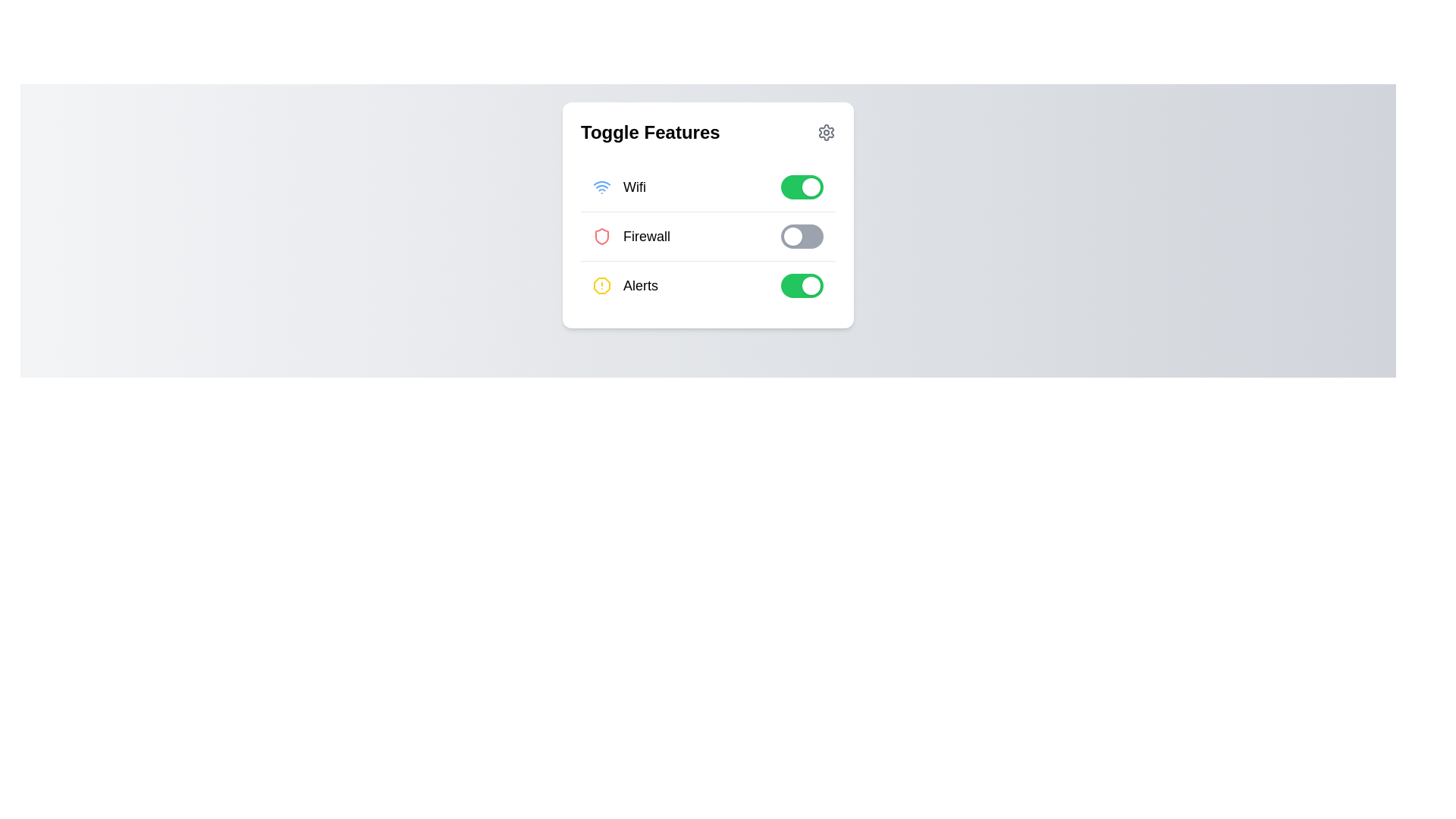 This screenshot has height=819, width=1456. What do you see at coordinates (601, 237) in the screenshot?
I see `the red shield-shaped icon next to the 'Firewall' toggle in the feature toggle interface` at bounding box center [601, 237].